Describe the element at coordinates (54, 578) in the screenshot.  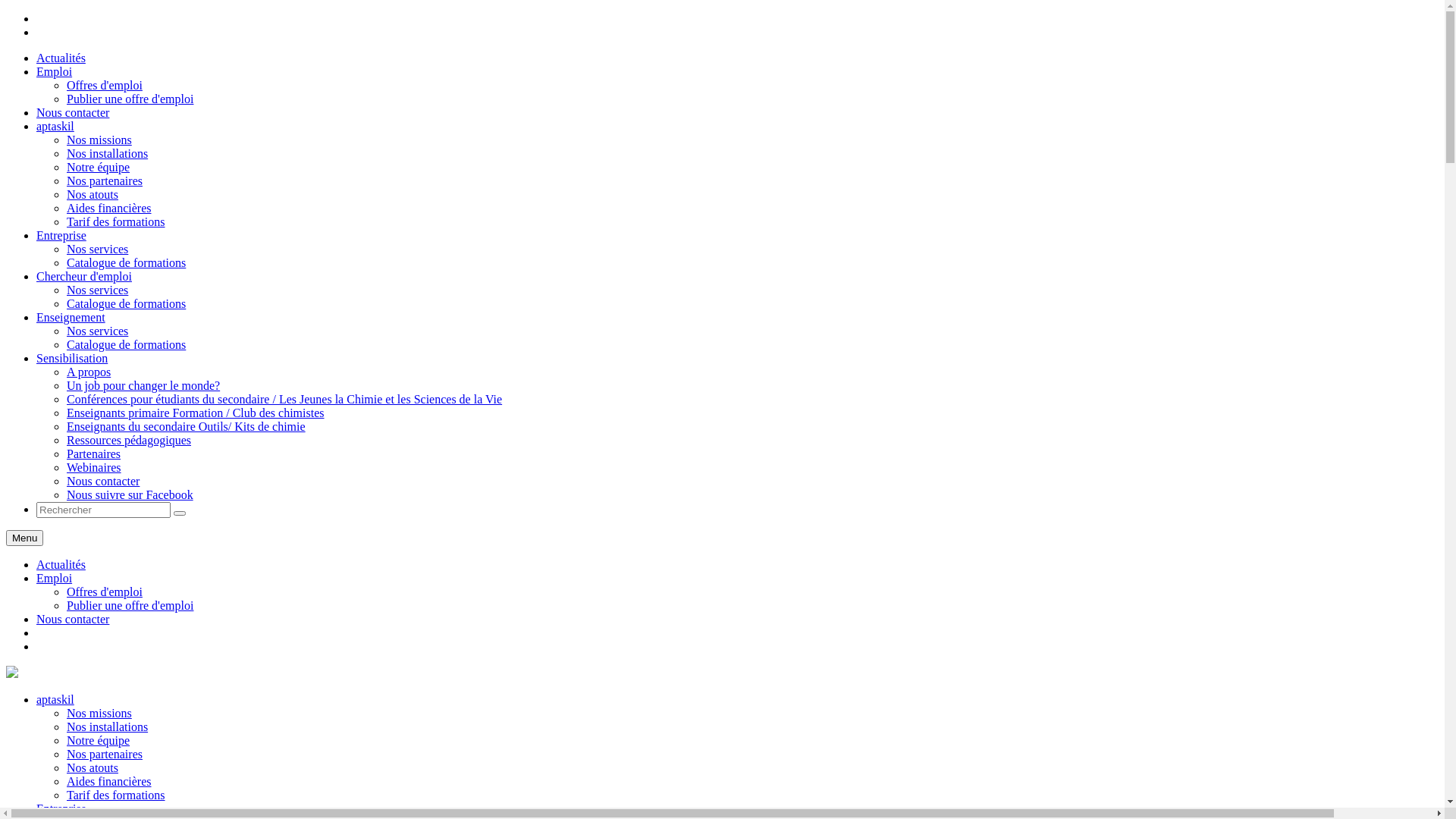
I see `'Emploi'` at that location.